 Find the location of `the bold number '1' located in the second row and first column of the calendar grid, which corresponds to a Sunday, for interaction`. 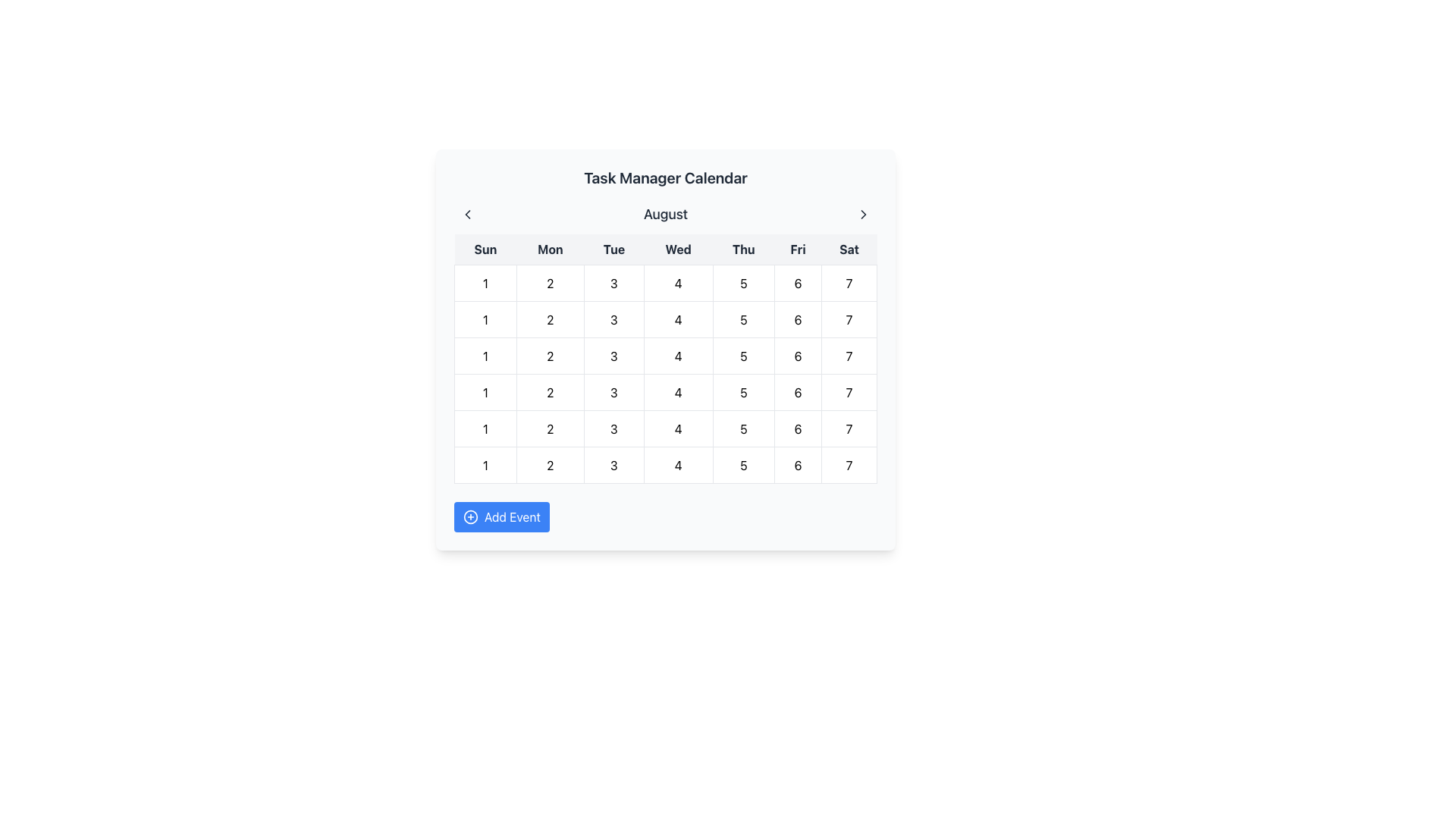

the bold number '1' located in the second row and first column of the calendar grid, which corresponds to a Sunday, for interaction is located at coordinates (485, 391).